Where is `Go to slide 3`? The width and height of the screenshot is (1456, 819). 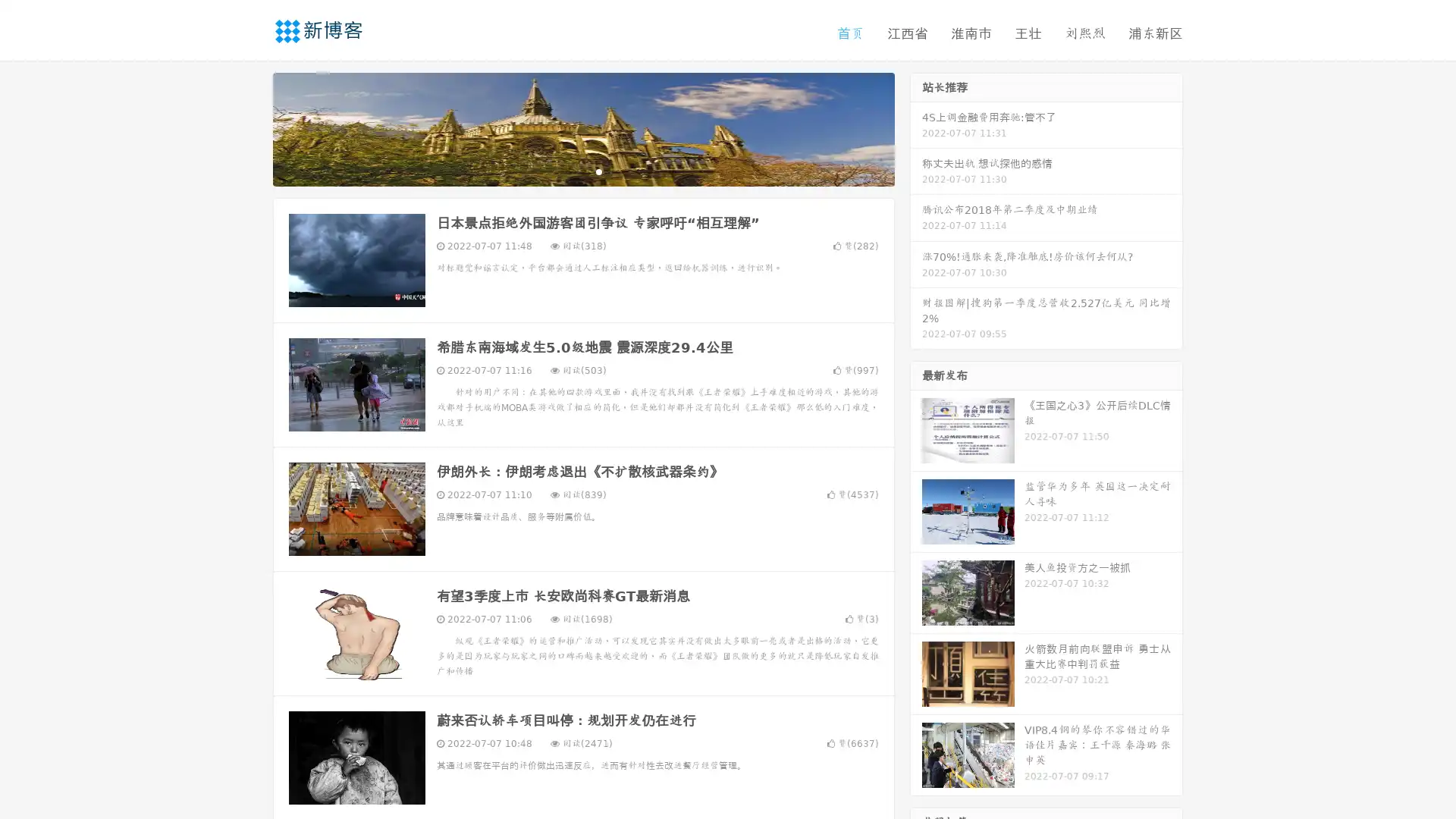 Go to slide 3 is located at coordinates (598, 171).